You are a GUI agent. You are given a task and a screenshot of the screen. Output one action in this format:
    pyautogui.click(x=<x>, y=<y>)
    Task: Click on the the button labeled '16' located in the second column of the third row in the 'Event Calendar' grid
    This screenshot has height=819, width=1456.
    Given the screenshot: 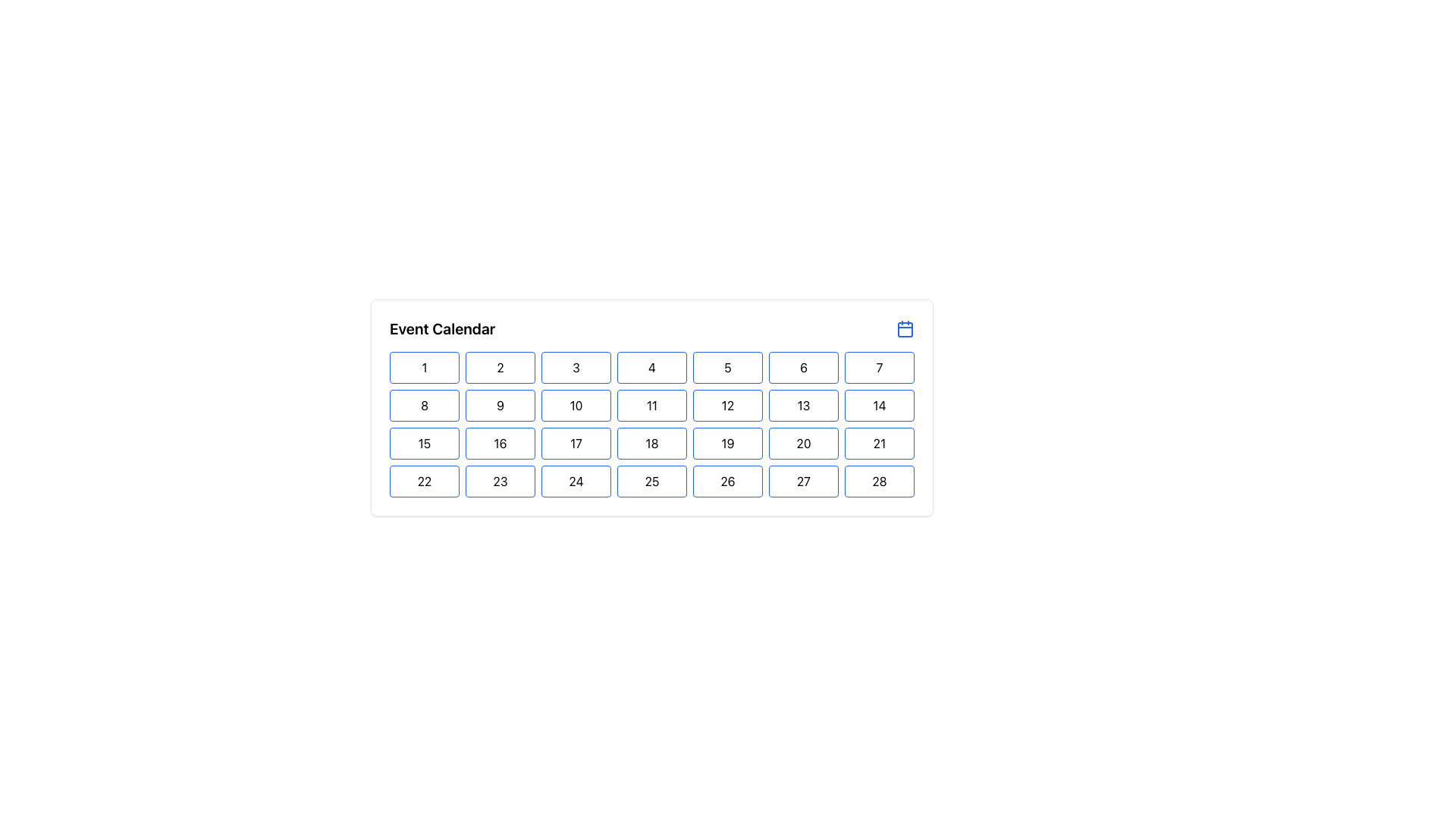 What is the action you would take?
    pyautogui.click(x=500, y=444)
    